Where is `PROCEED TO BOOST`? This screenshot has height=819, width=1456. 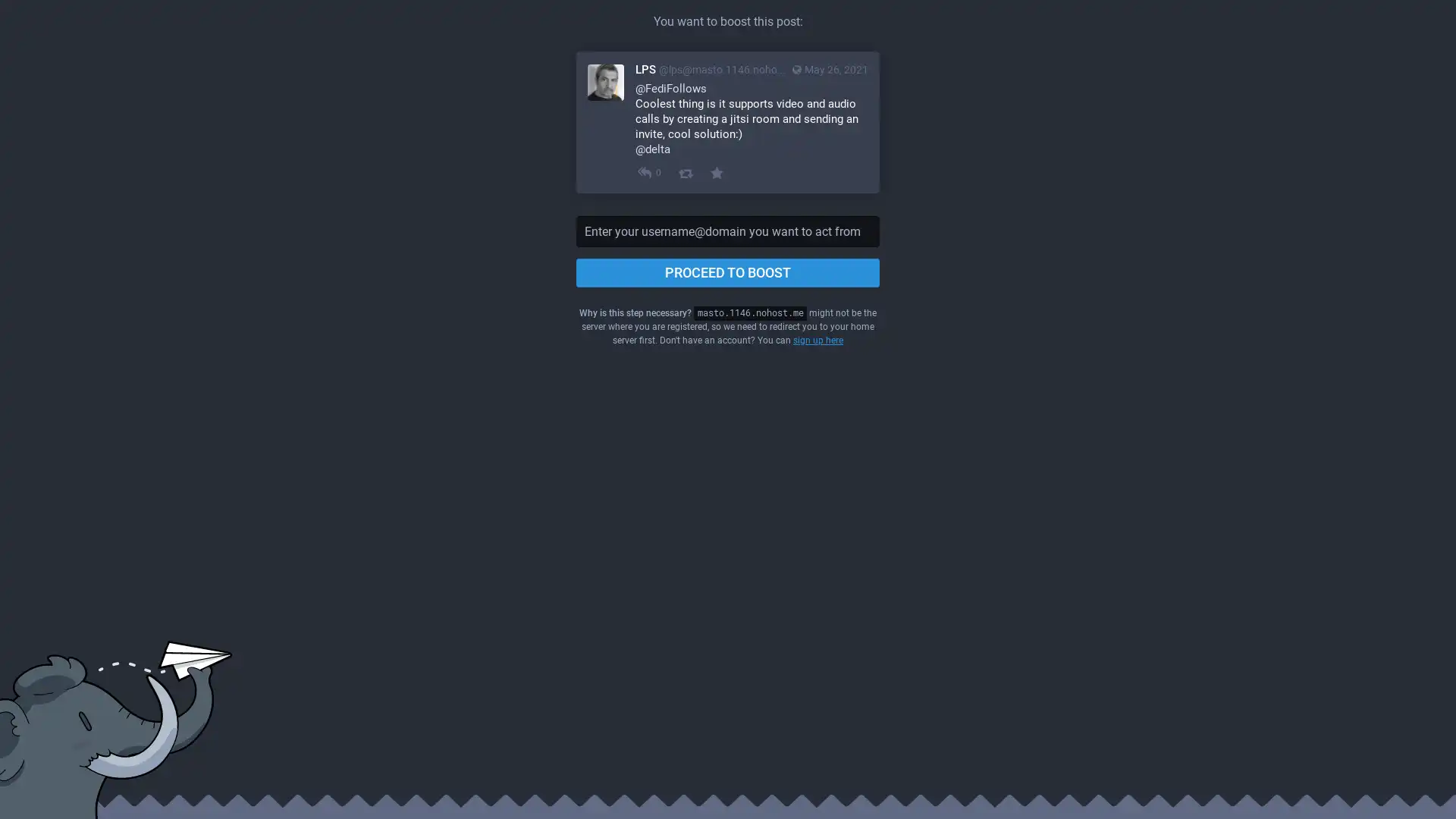
PROCEED TO BOOST is located at coordinates (728, 271).